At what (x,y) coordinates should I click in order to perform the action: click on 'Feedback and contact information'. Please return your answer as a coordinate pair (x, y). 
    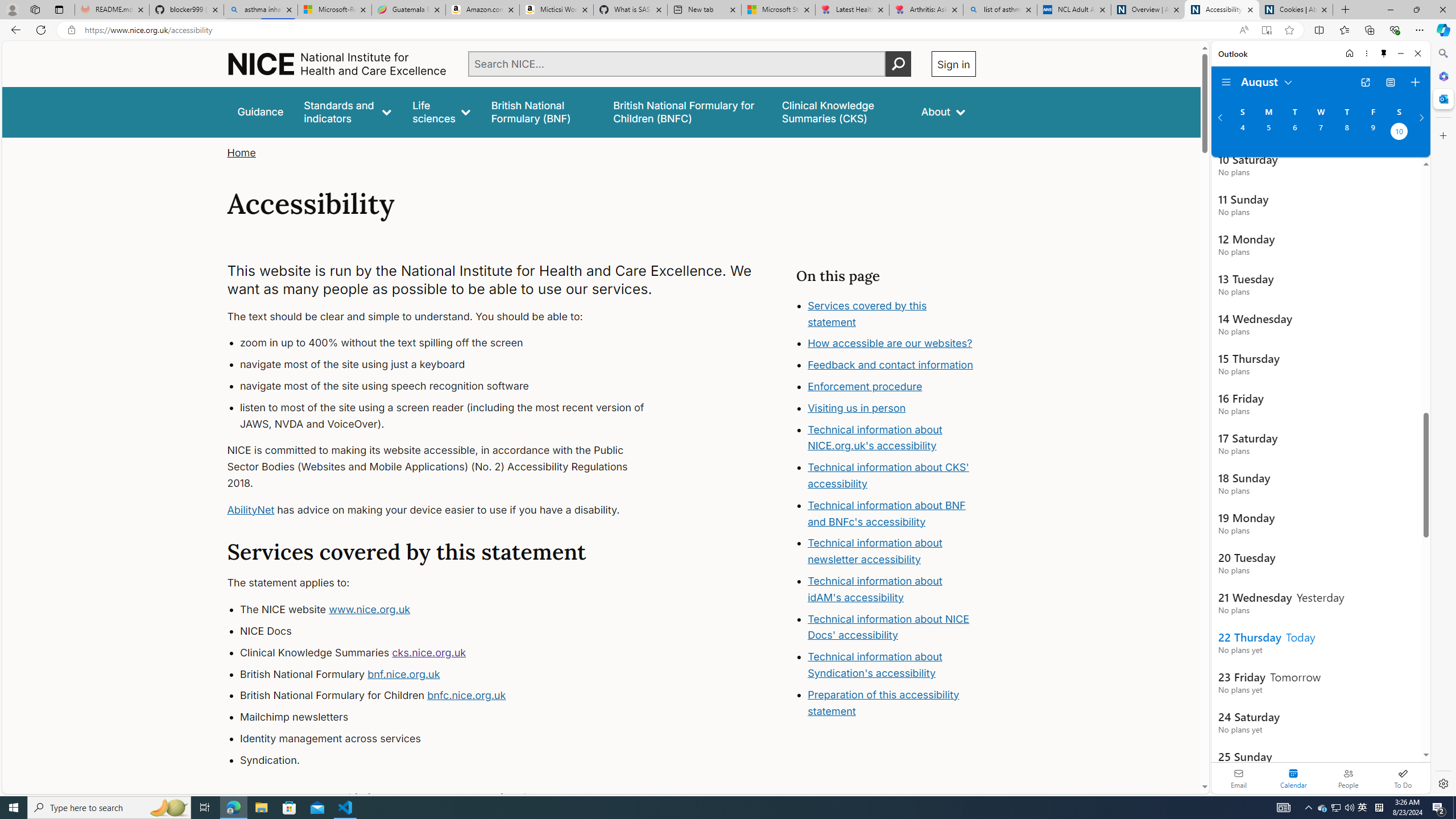
    Looking at the image, I should click on (892, 365).